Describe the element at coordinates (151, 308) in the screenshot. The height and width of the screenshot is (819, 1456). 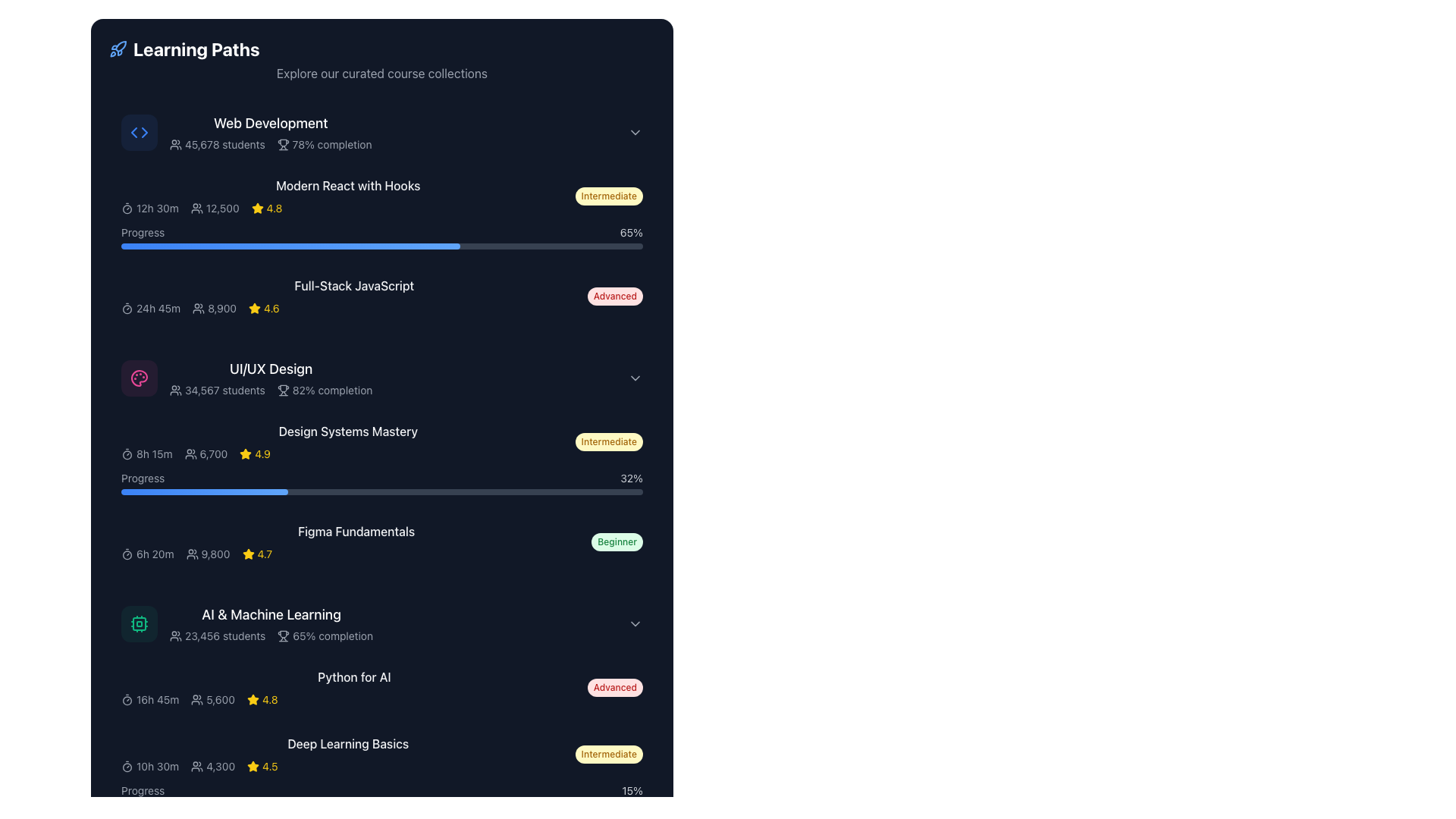
I see `the static text display that provides estimated time for course completion for the 'Full-Stack JavaScript' course, located to the left of user ratings` at that location.